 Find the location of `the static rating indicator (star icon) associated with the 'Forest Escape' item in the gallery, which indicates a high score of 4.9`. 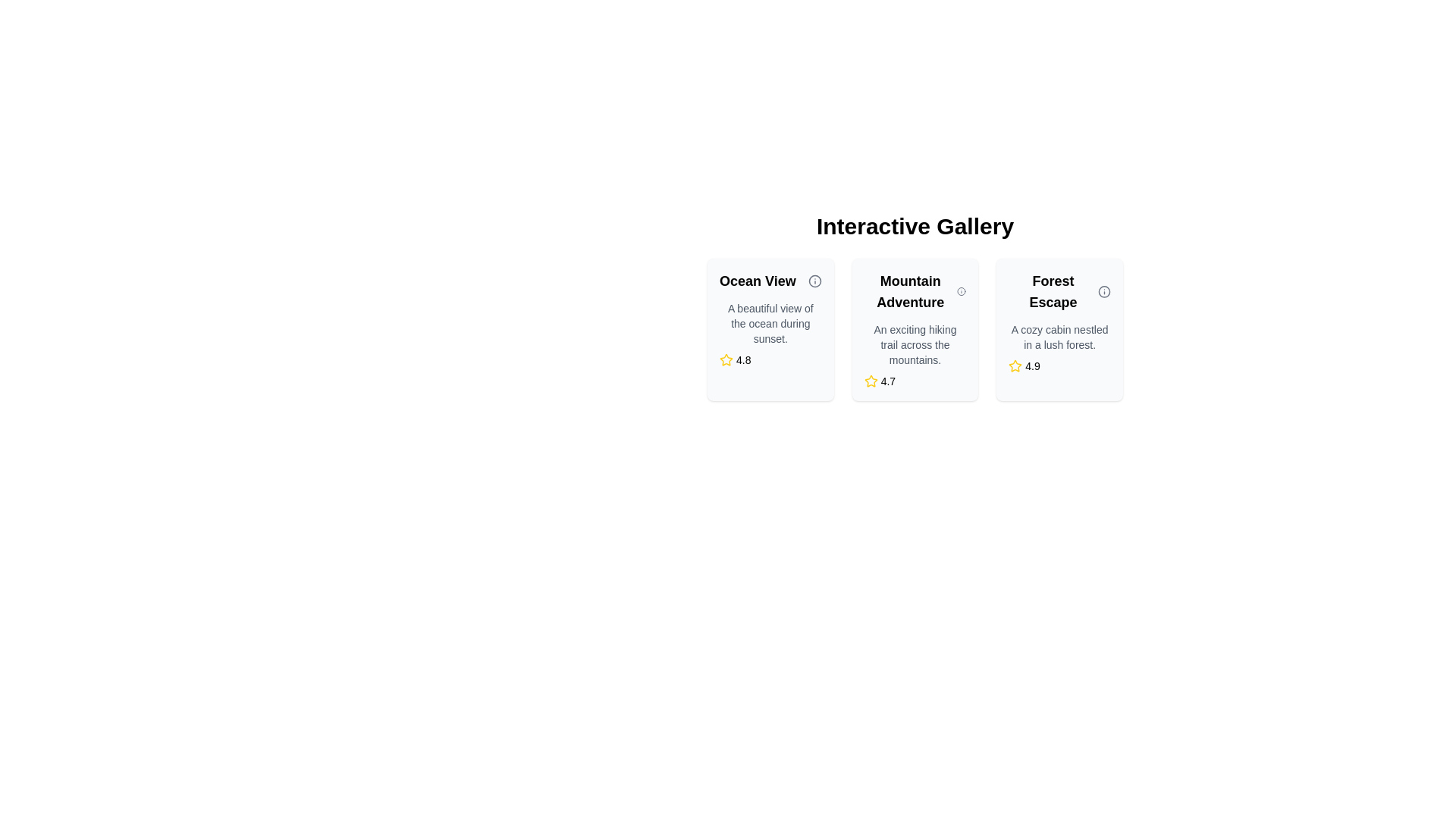

the static rating indicator (star icon) associated with the 'Forest Escape' item in the gallery, which indicates a high score of 4.9 is located at coordinates (1015, 366).